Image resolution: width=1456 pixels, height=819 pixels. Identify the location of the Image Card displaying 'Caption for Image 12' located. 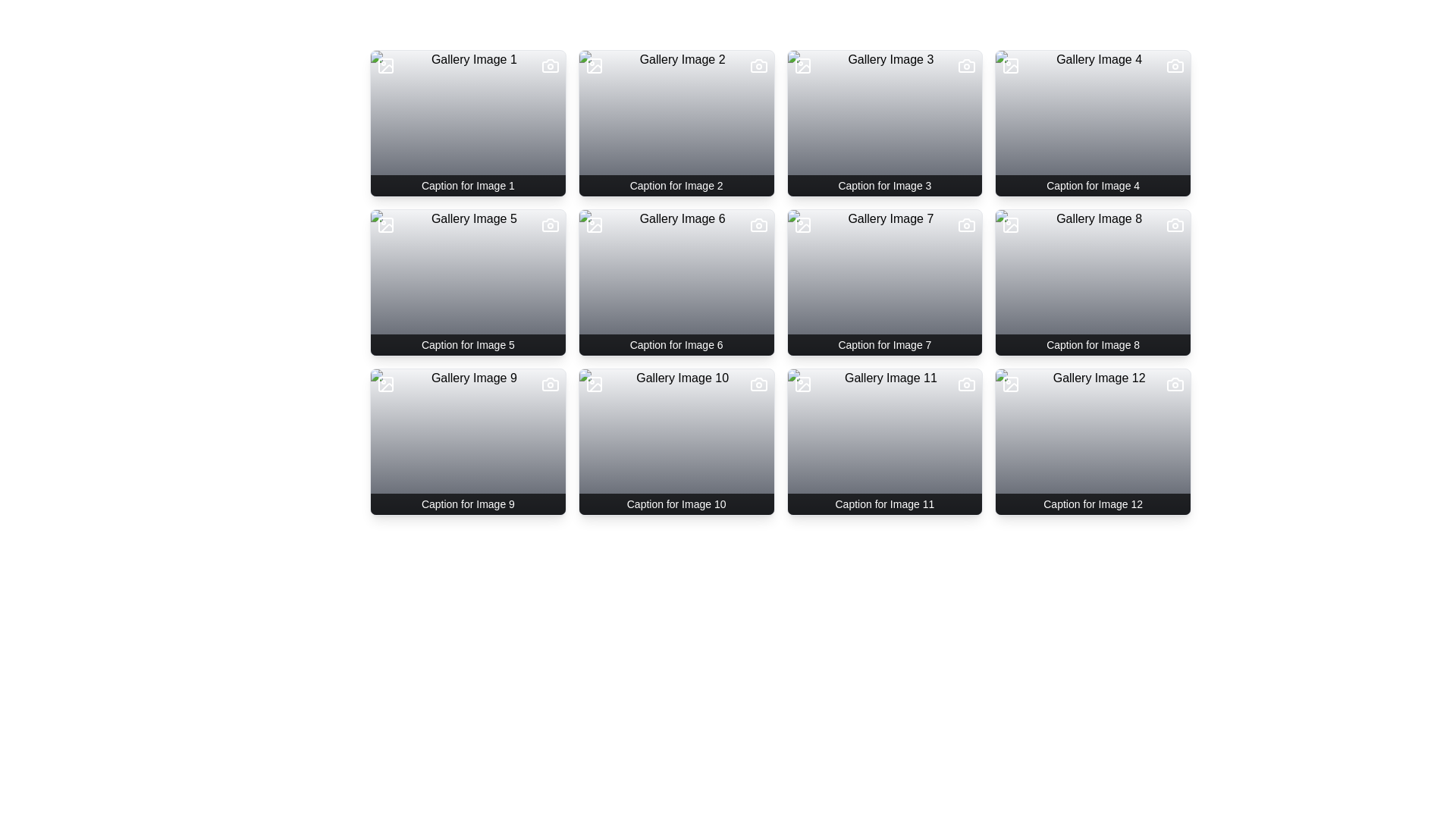
(1093, 441).